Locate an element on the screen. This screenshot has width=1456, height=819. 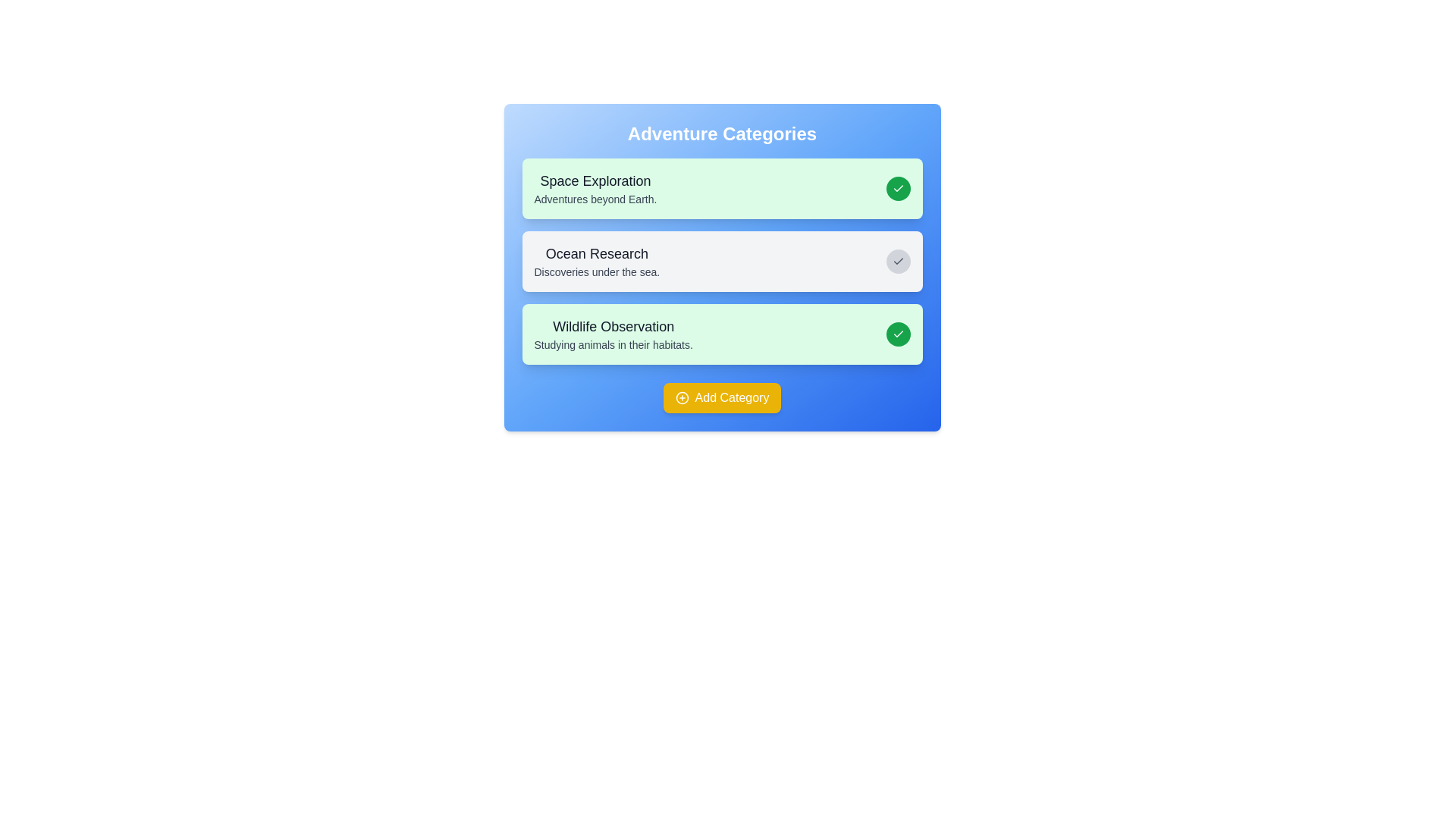
the chip labeled Wildlife Observation by clicking its checkmark is located at coordinates (898, 333).